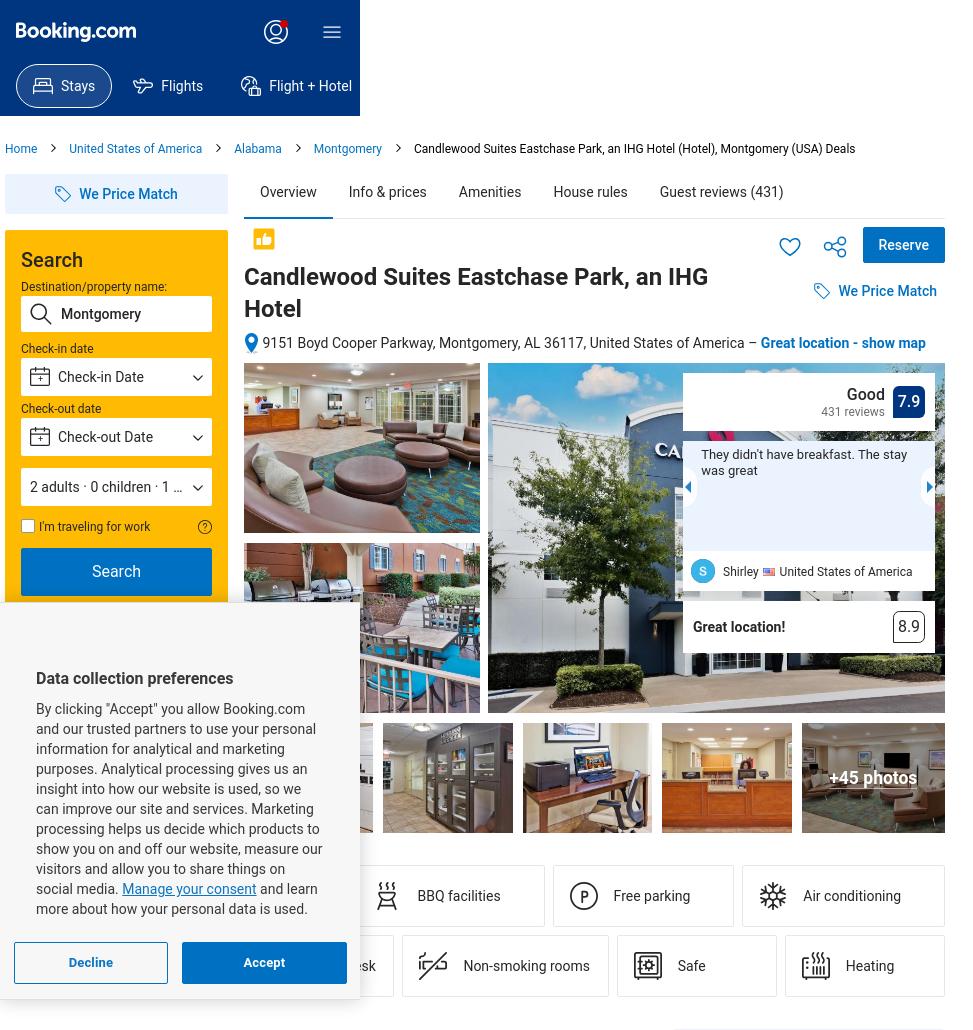 This screenshot has height=1030, width=973. What do you see at coordinates (503, 341) in the screenshot?
I see `'9151 Boyd Cooper Parkway, Montgomery, AL 36117, United States of America'` at bounding box center [503, 341].